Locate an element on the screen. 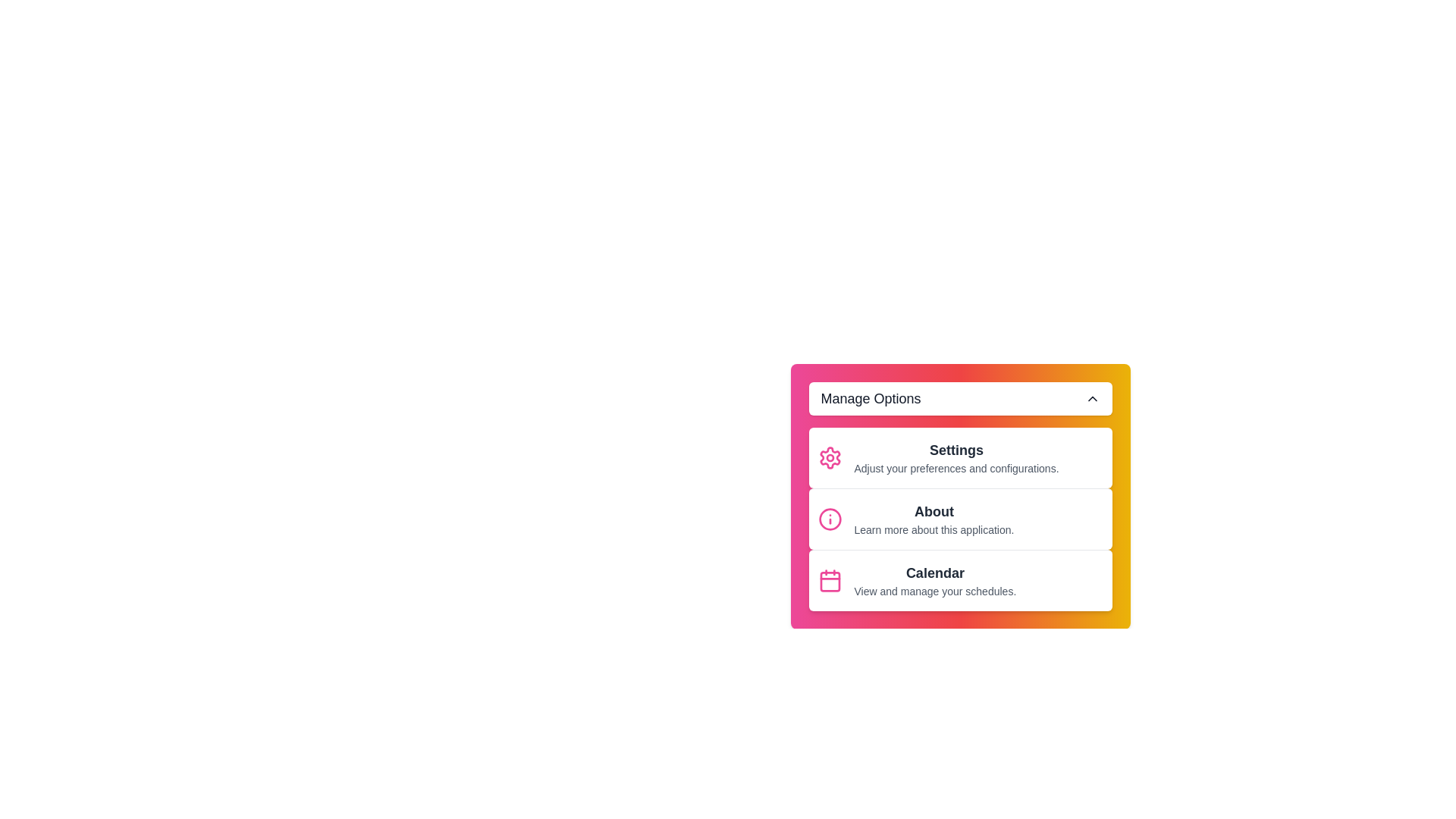 The width and height of the screenshot is (1456, 819). the icon for About is located at coordinates (829, 519).